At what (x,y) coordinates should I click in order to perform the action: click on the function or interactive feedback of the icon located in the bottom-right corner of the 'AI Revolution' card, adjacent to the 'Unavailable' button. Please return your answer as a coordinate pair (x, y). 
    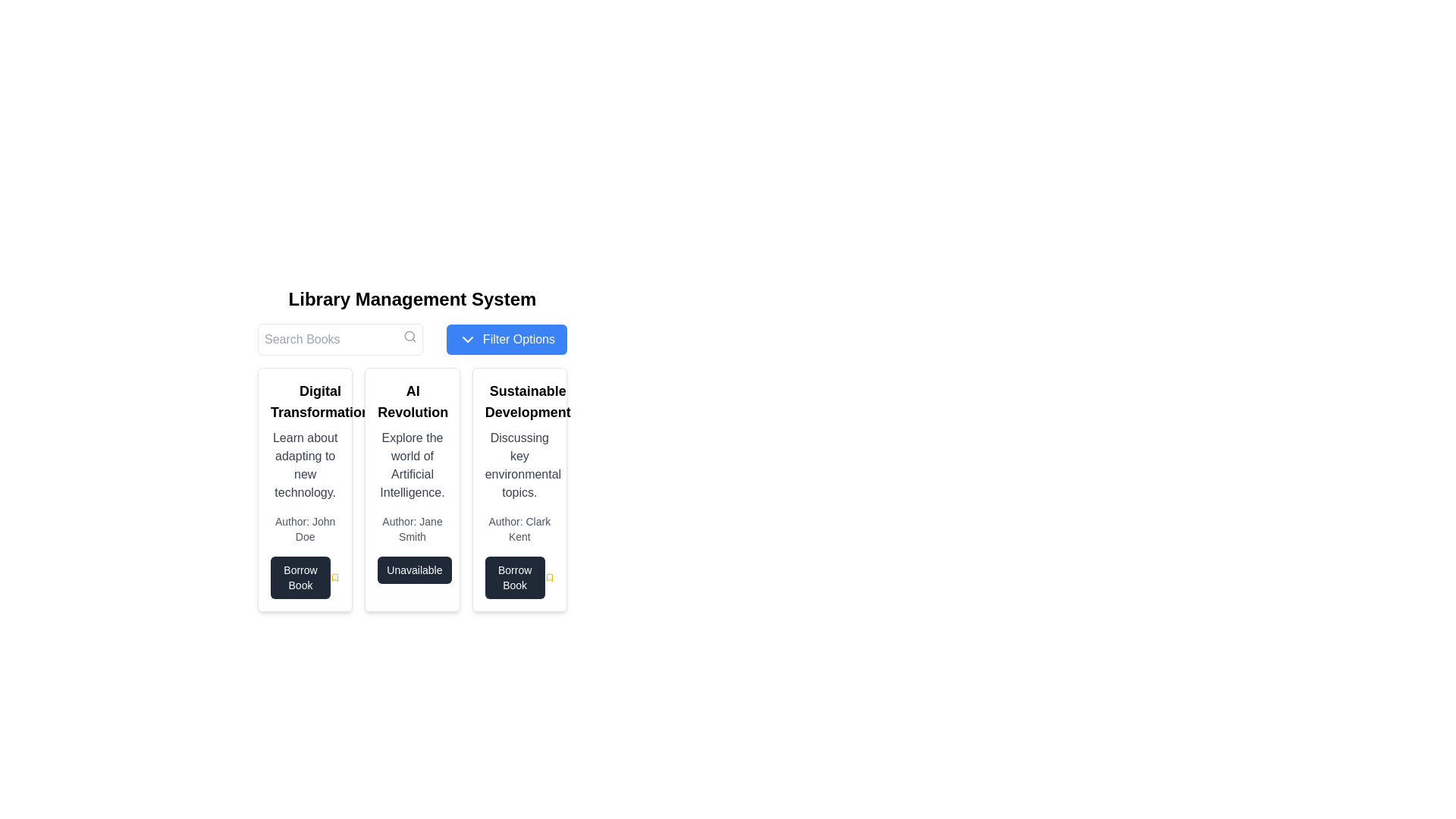
    Looking at the image, I should click on (460, 573).